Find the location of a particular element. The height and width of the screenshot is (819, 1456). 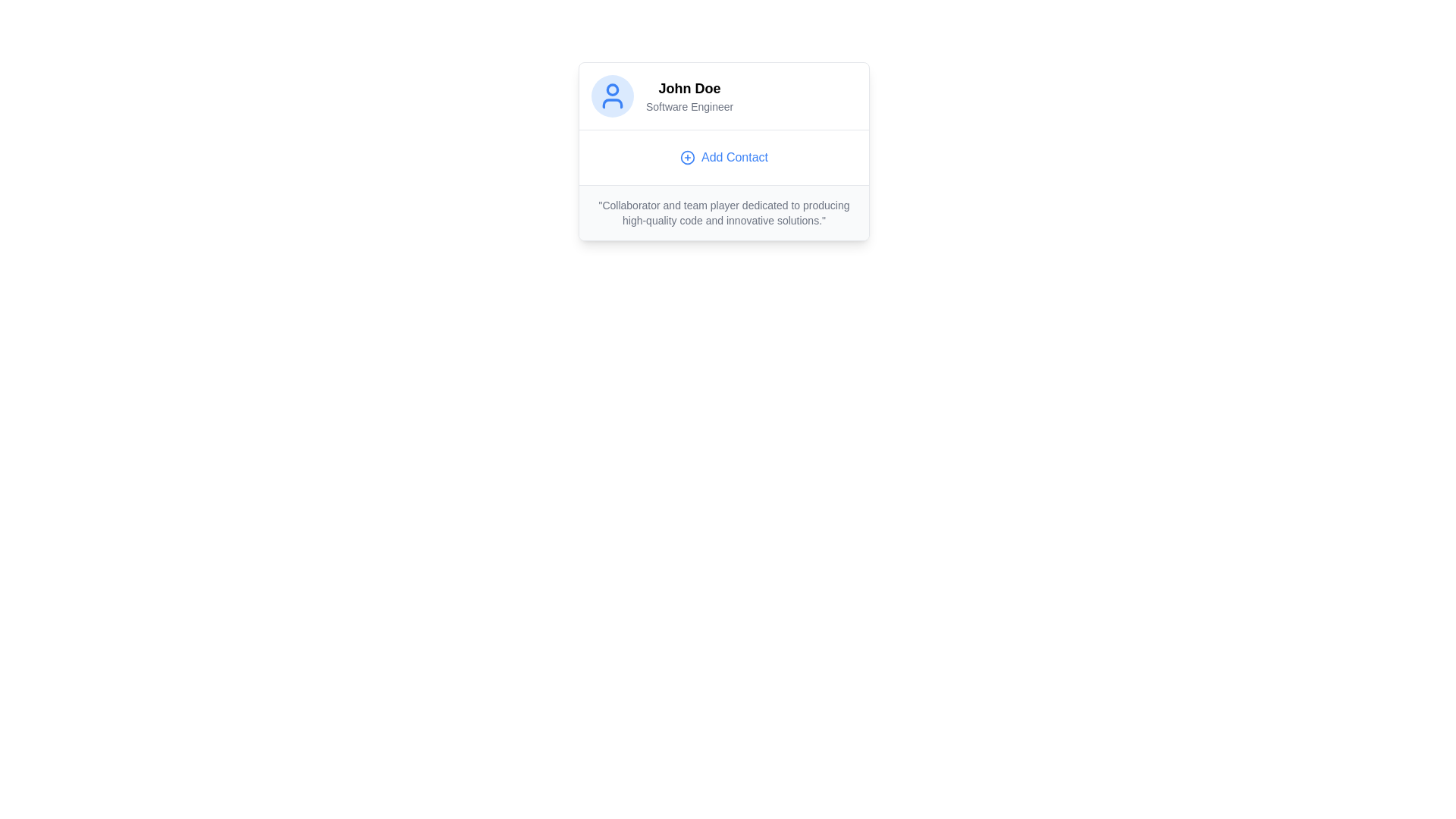

the circular graphic representing an add action, which is part of an icon next to the 'Add Contact' text is located at coordinates (687, 158).